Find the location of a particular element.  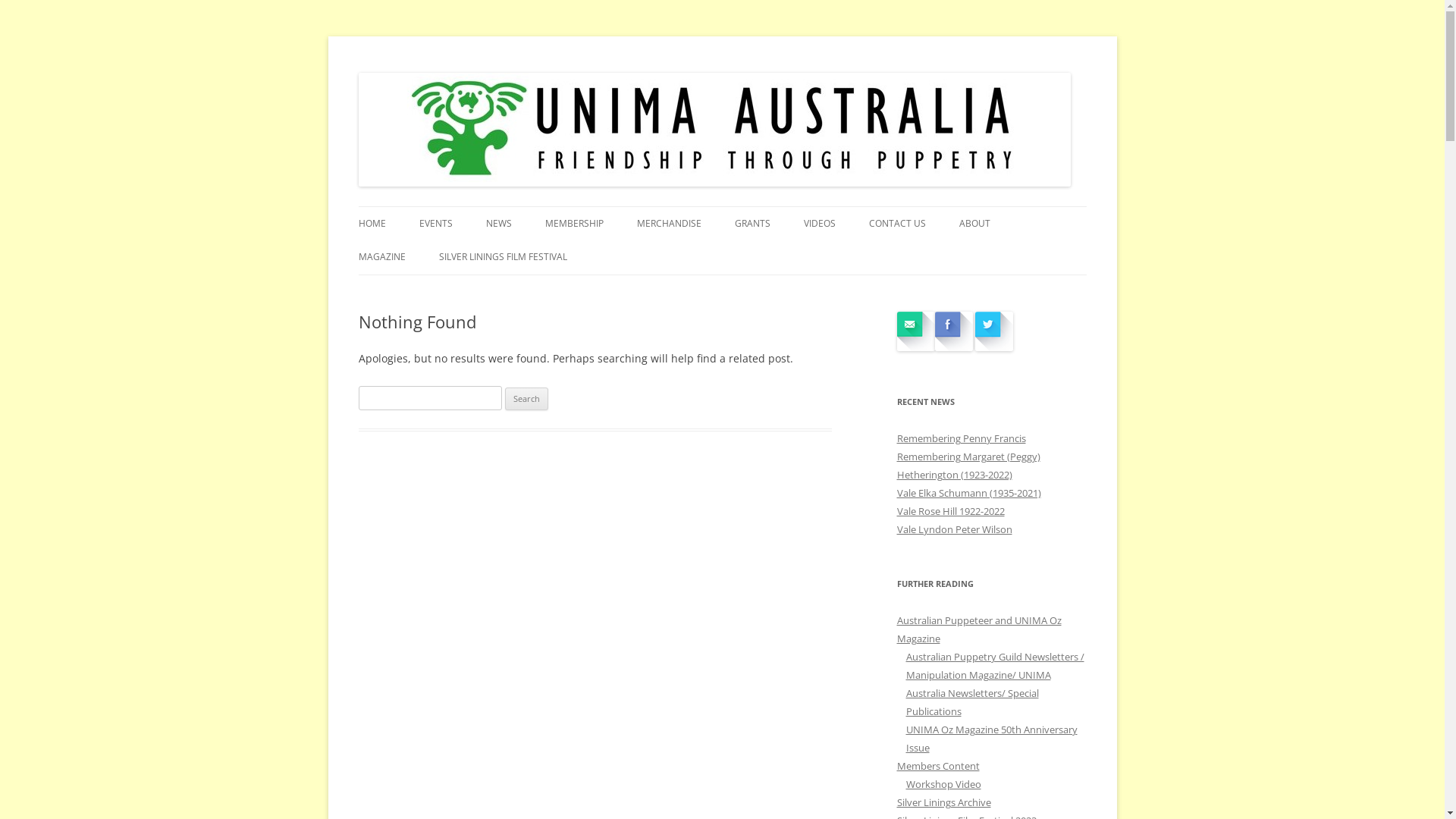

'MERCHANDISE' is located at coordinates (637, 223).